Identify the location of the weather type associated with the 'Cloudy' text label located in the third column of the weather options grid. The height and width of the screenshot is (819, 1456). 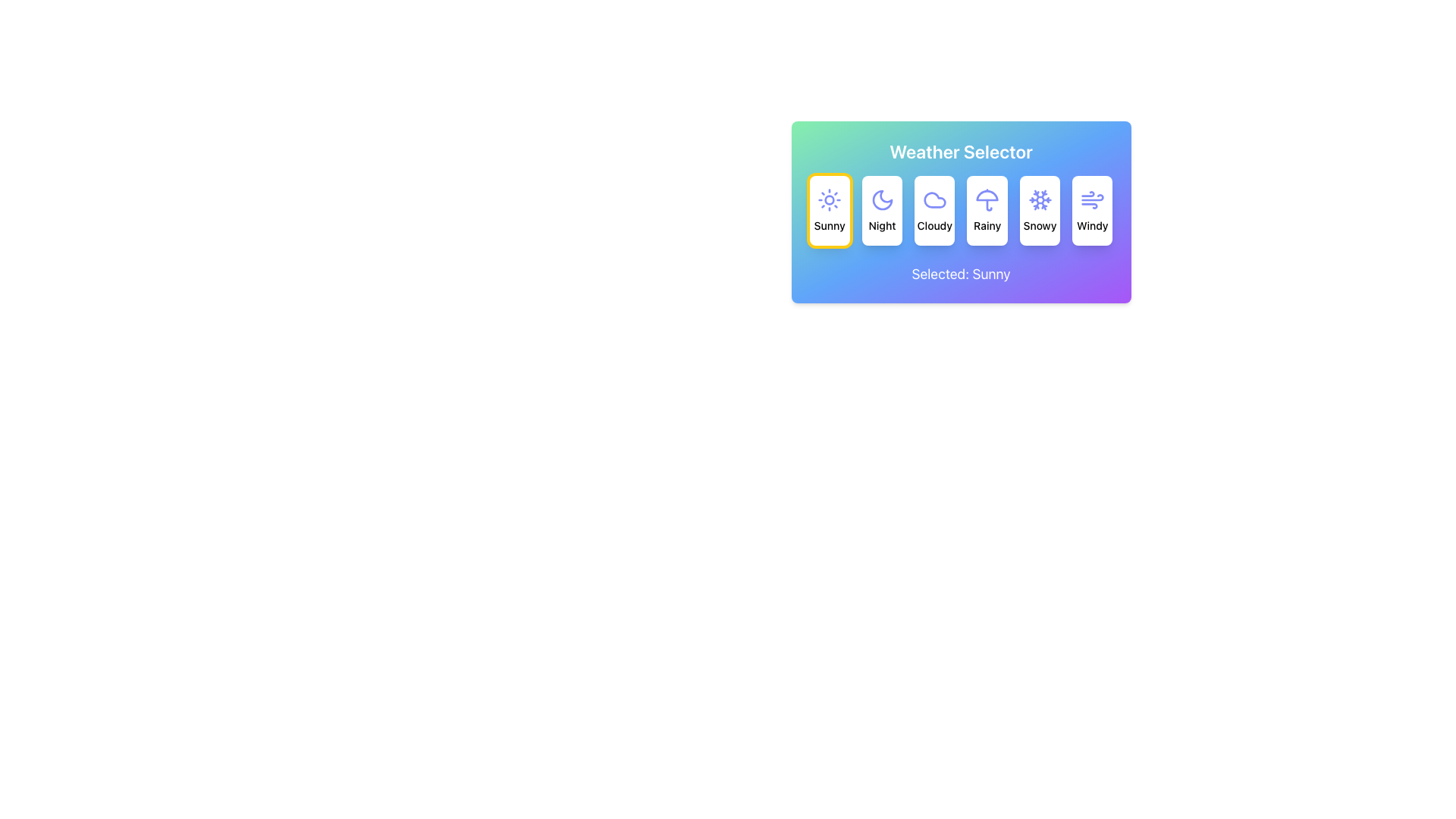
(934, 225).